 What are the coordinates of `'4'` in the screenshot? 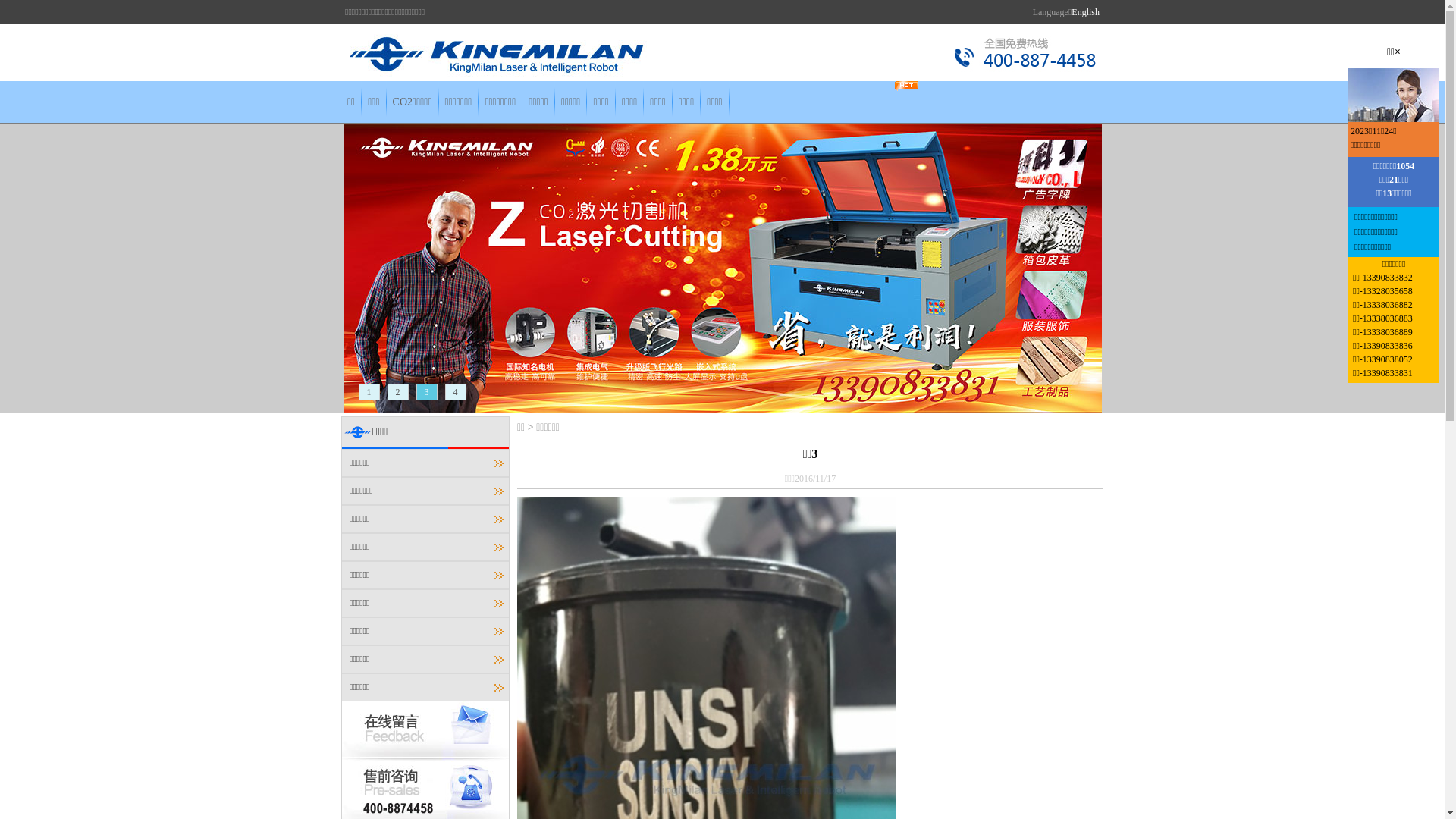 It's located at (454, 391).